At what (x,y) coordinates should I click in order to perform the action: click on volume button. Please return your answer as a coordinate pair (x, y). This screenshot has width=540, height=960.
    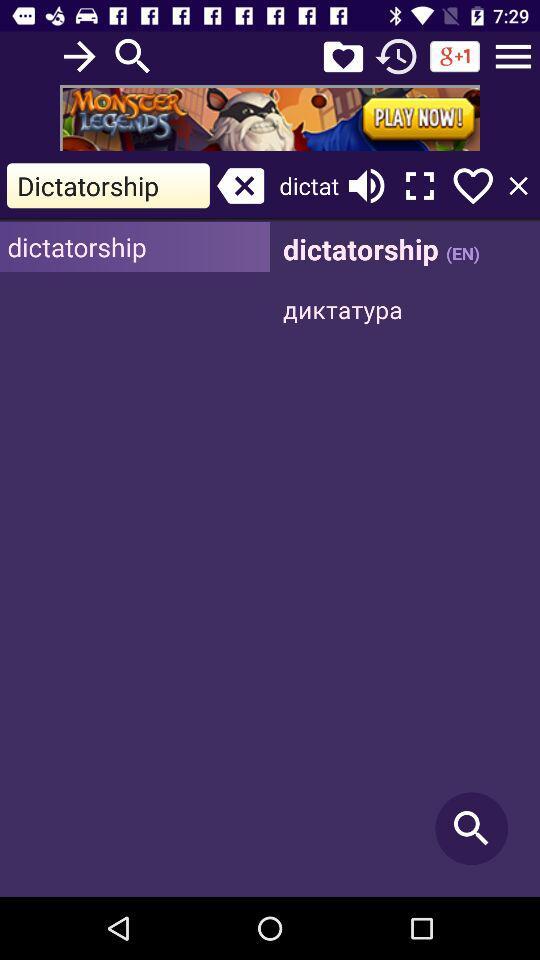
    Looking at the image, I should click on (365, 185).